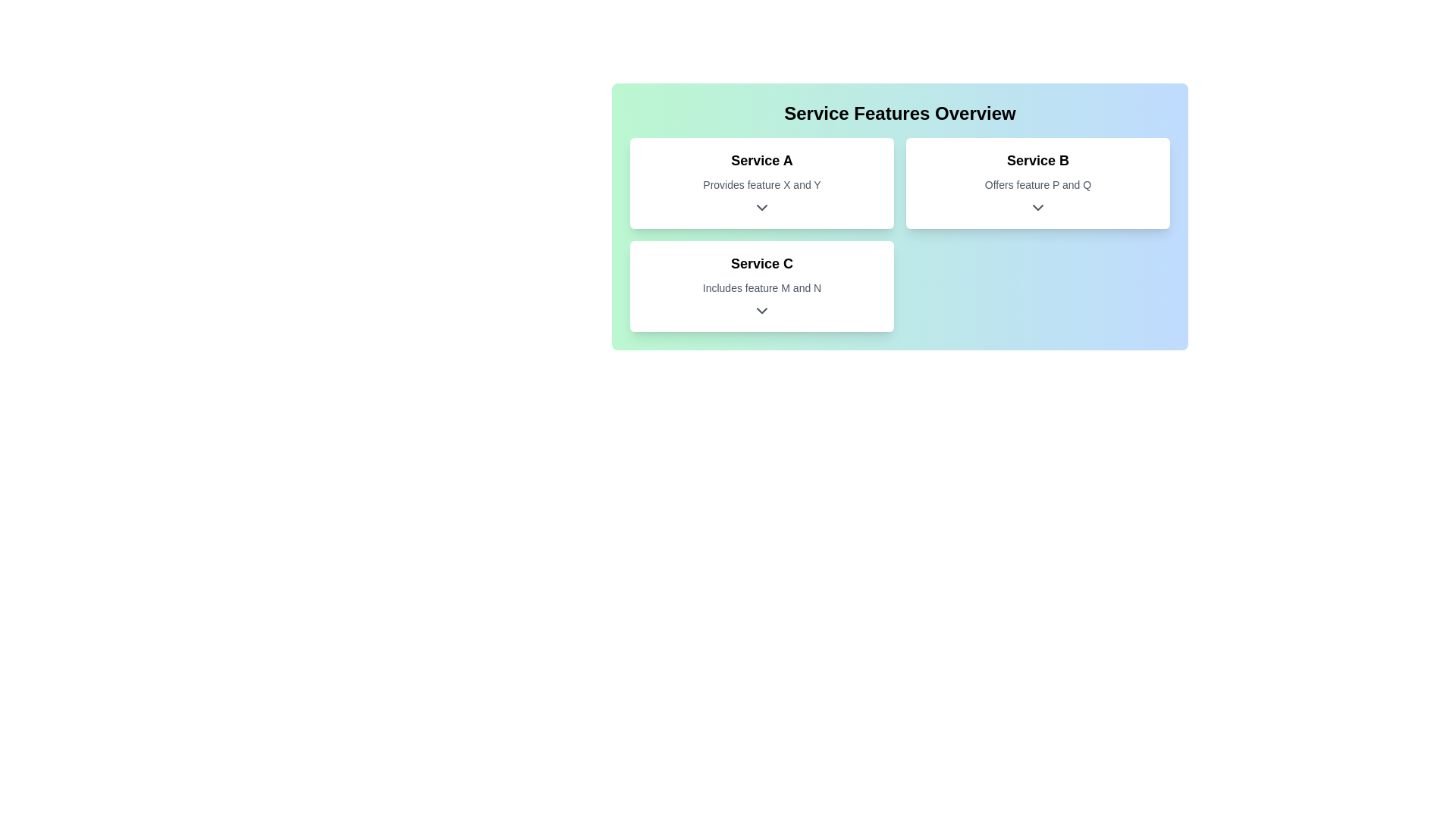 This screenshot has height=819, width=1456. What do you see at coordinates (1037, 161) in the screenshot?
I see `the text label identified as 'Service B'` at bounding box center [1037, 161].